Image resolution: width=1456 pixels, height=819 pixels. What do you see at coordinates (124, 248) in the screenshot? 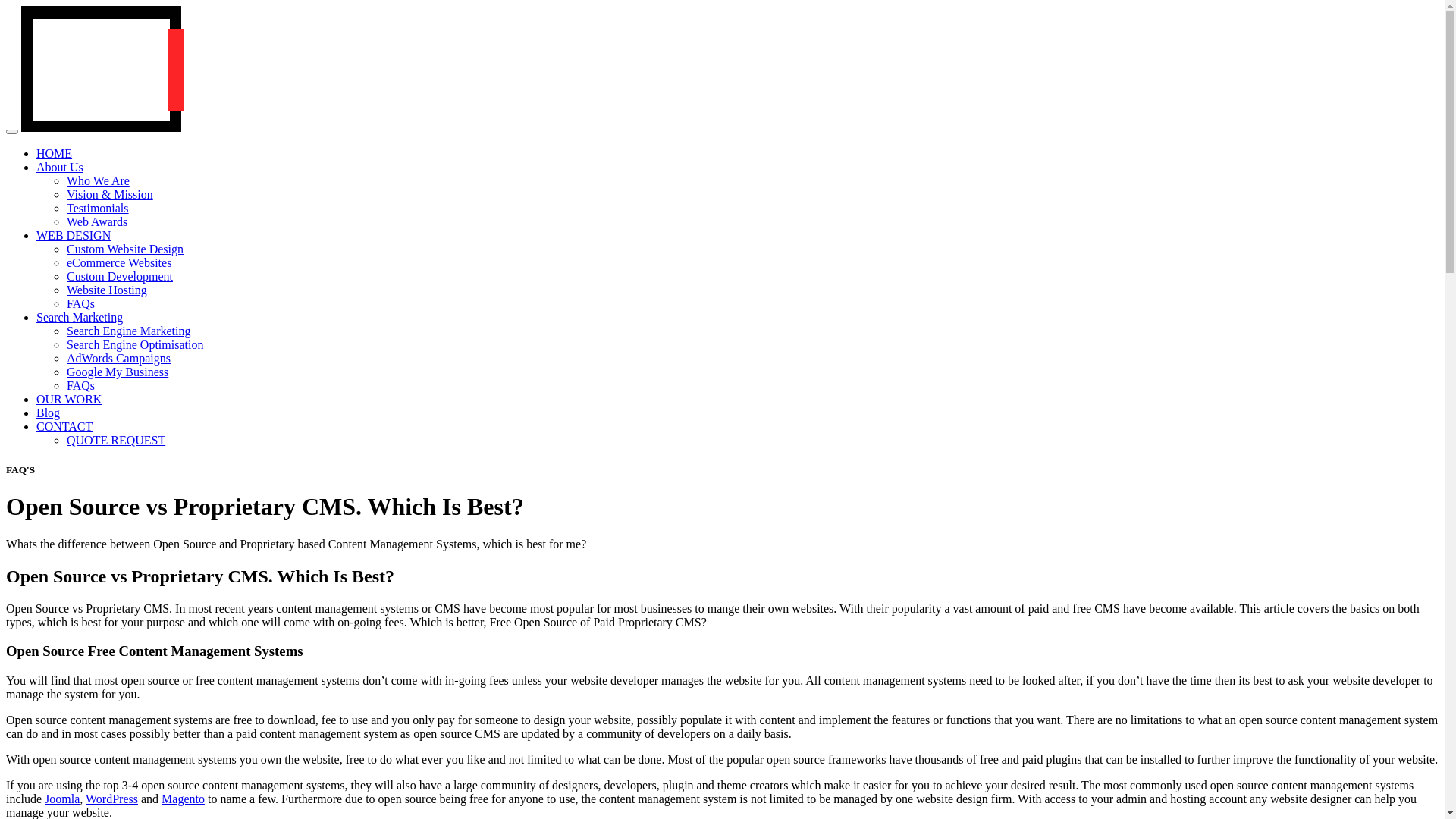
I see `'Custom Website Design'` at bounding box center [124, 248].